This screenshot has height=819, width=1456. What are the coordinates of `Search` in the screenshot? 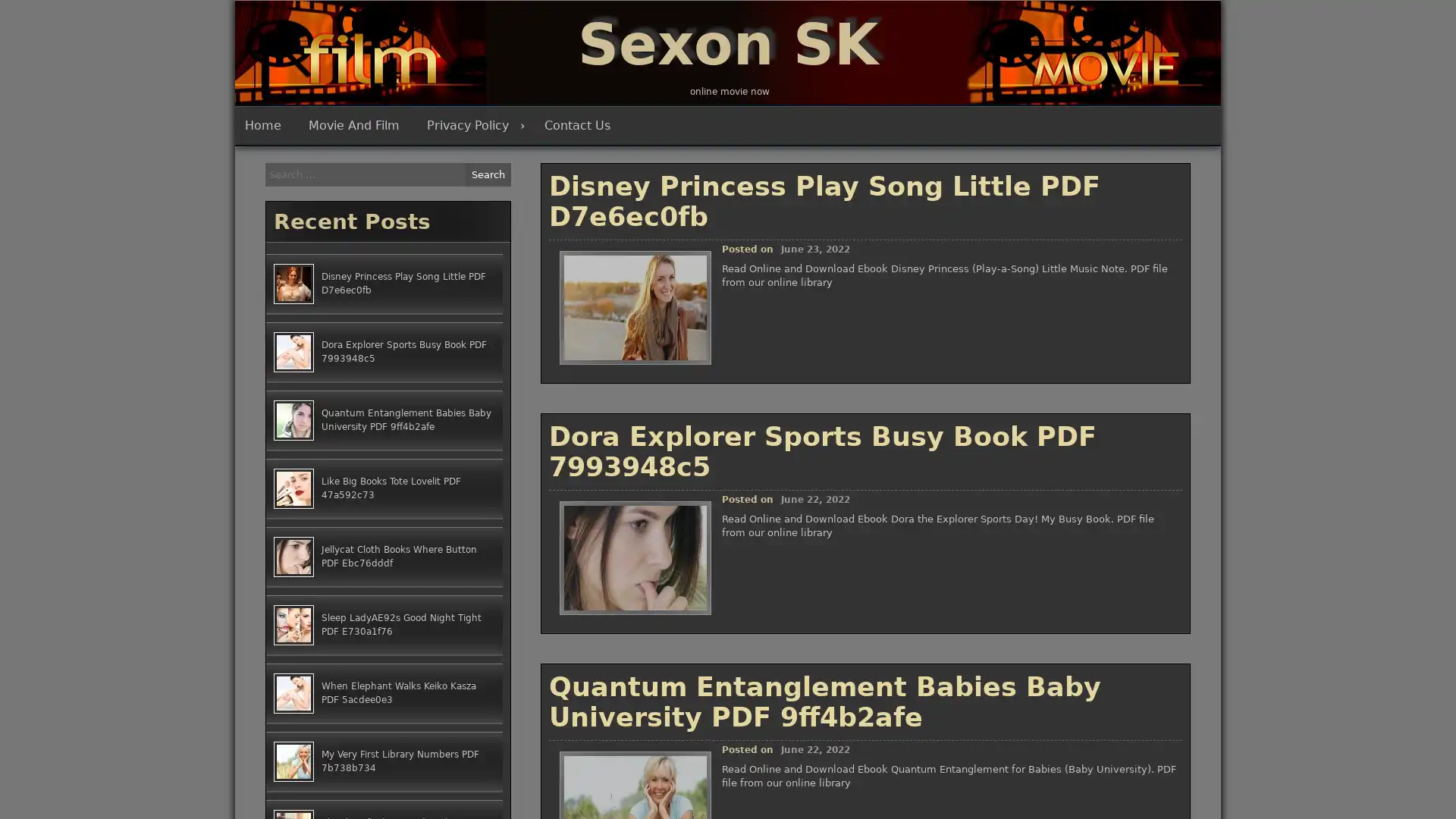 It's located at (488, 174).